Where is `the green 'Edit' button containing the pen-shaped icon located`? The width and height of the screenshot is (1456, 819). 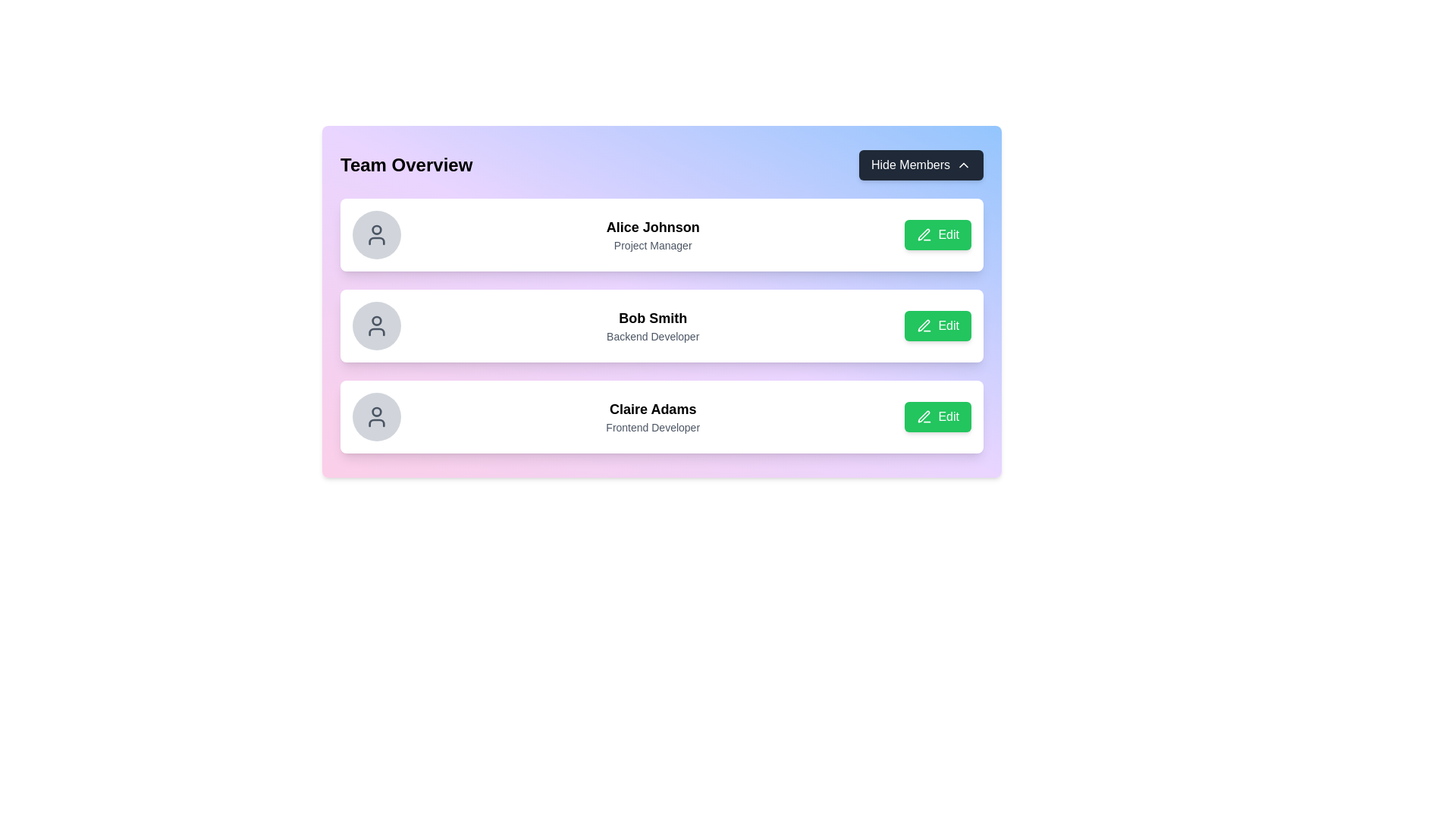 the green 'Edit' button containing the pen-shaped icon located is located at coordinates (924, 234).